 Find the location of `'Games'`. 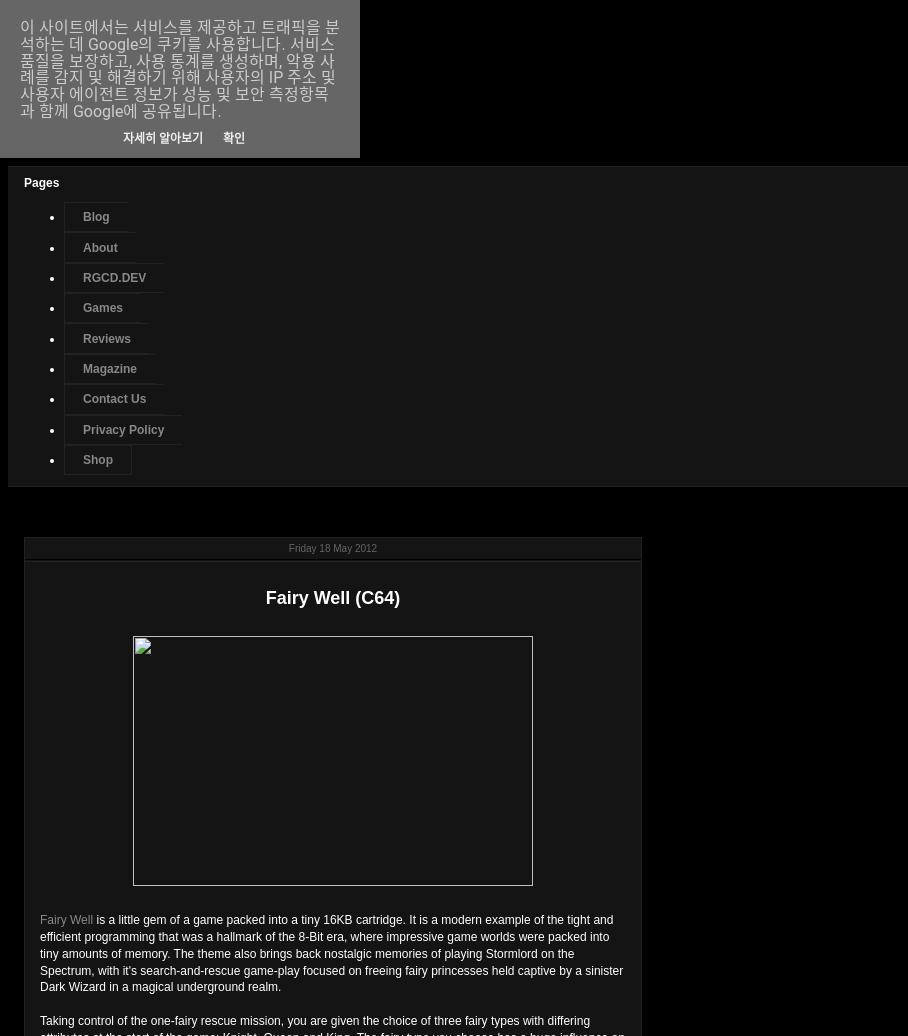

'Games' is located at coordinates (101, 308).